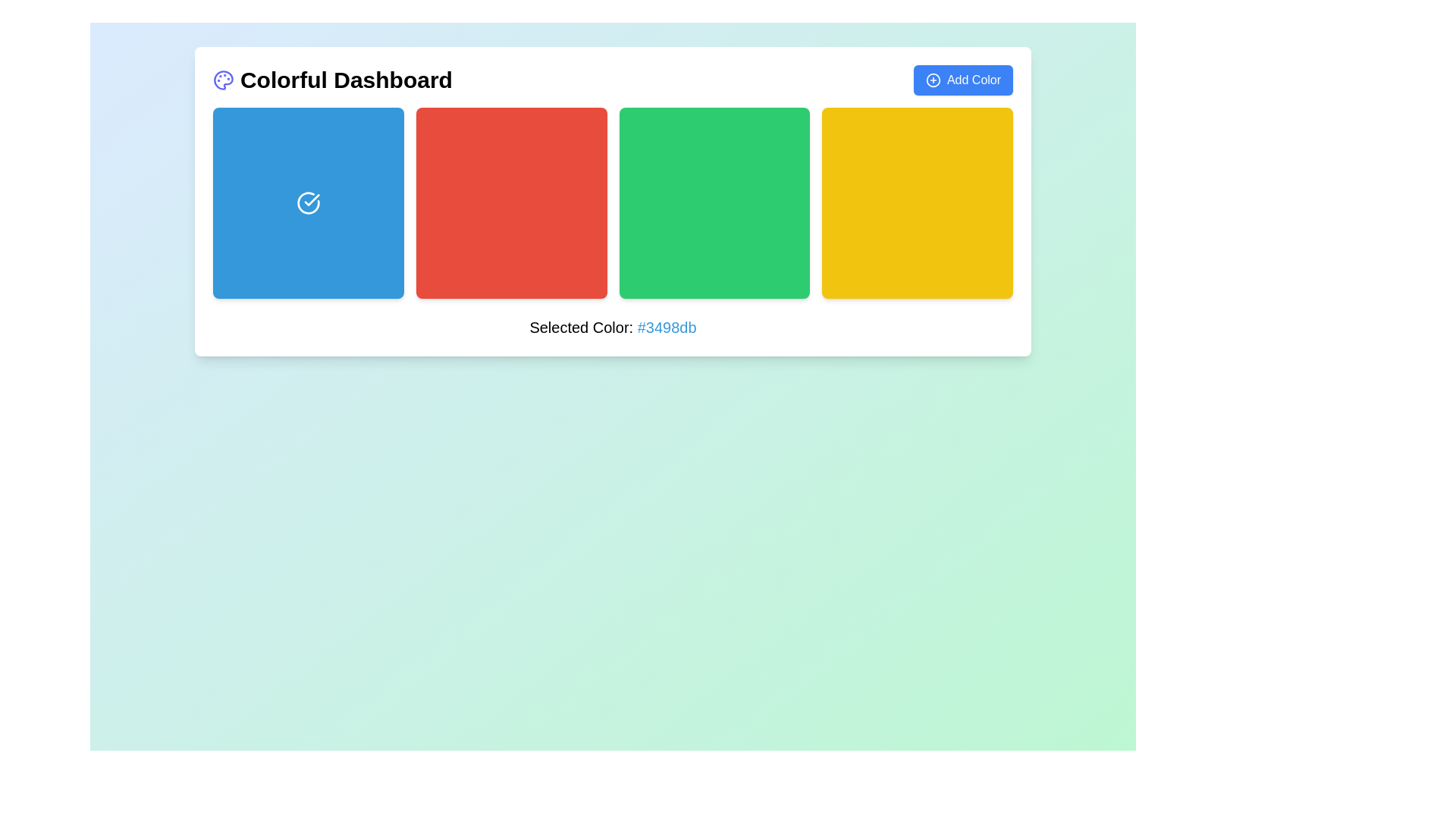 The image size is (1456, 819). What do you see at coordinates (511, 202) in the screenshot?
I see `the second button in a row of four square boxes, which is associated with the color red` at bounding box center [511, 202].